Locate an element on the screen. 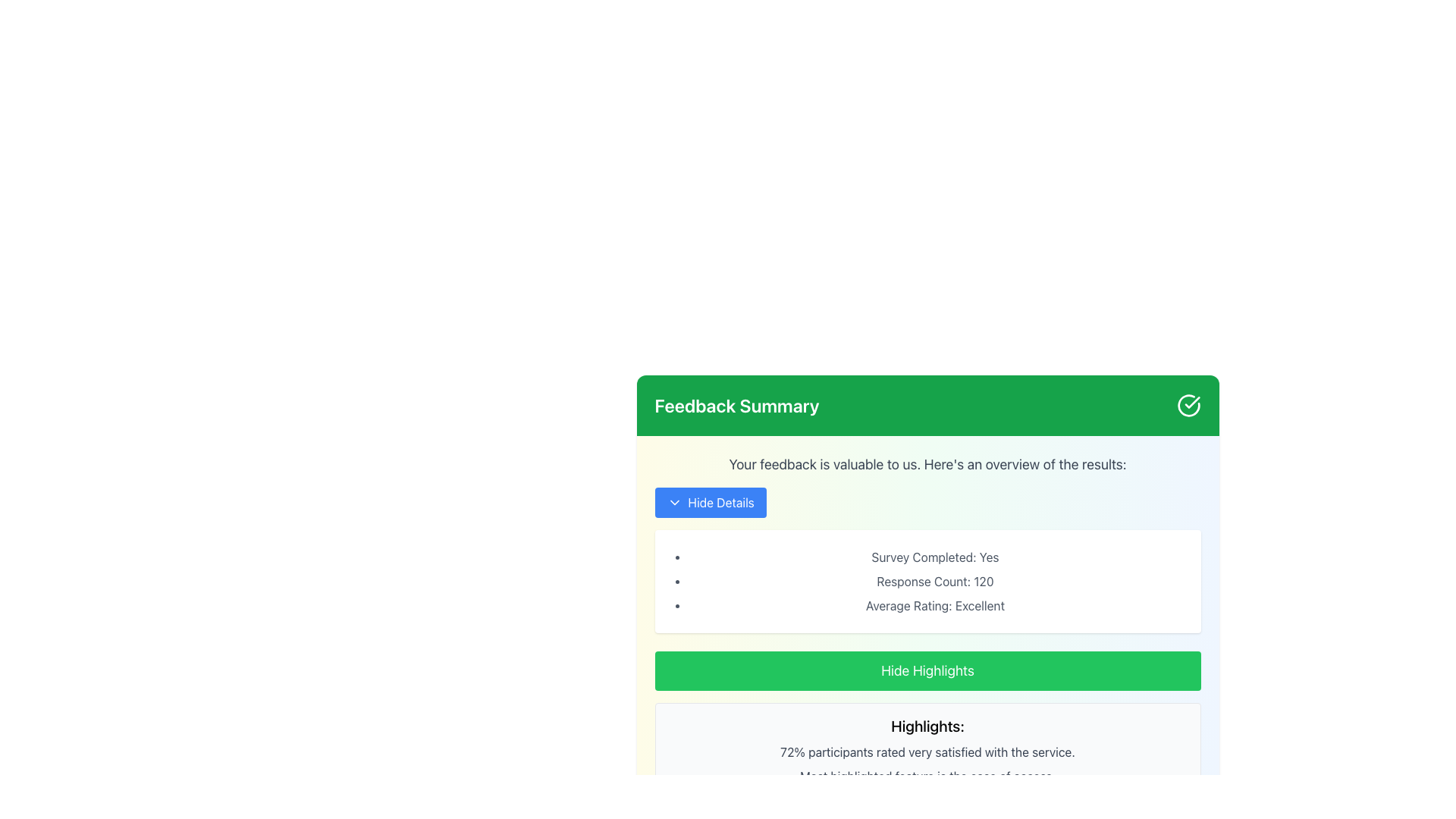  the 'Hide Highlights' button, which is a rectangular button with a green background and white text, located in the 'Feedback Summary' section is located at coordinates (927, 670).